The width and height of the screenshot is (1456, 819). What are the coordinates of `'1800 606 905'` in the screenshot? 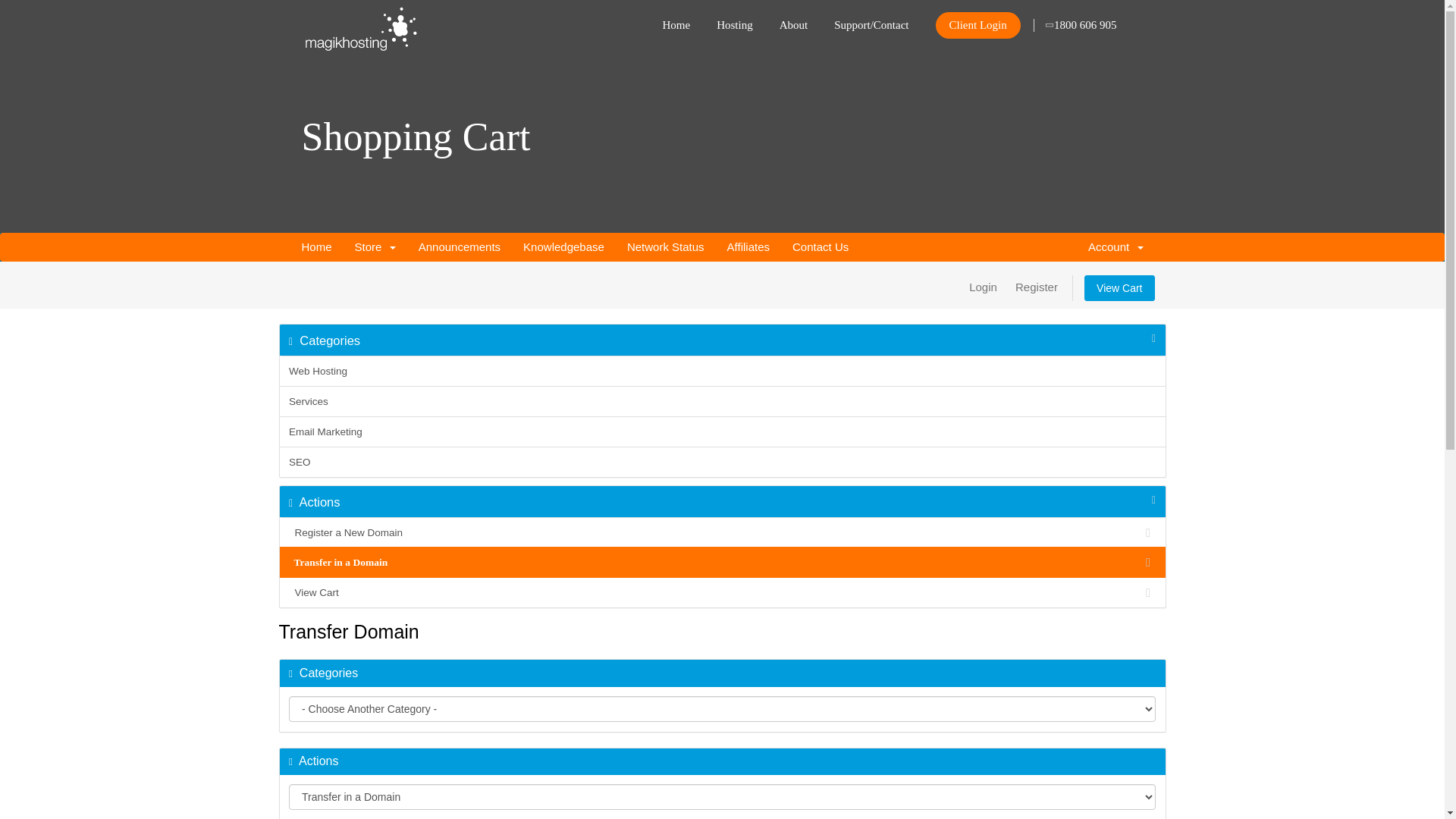 It's located at (1081, 20).